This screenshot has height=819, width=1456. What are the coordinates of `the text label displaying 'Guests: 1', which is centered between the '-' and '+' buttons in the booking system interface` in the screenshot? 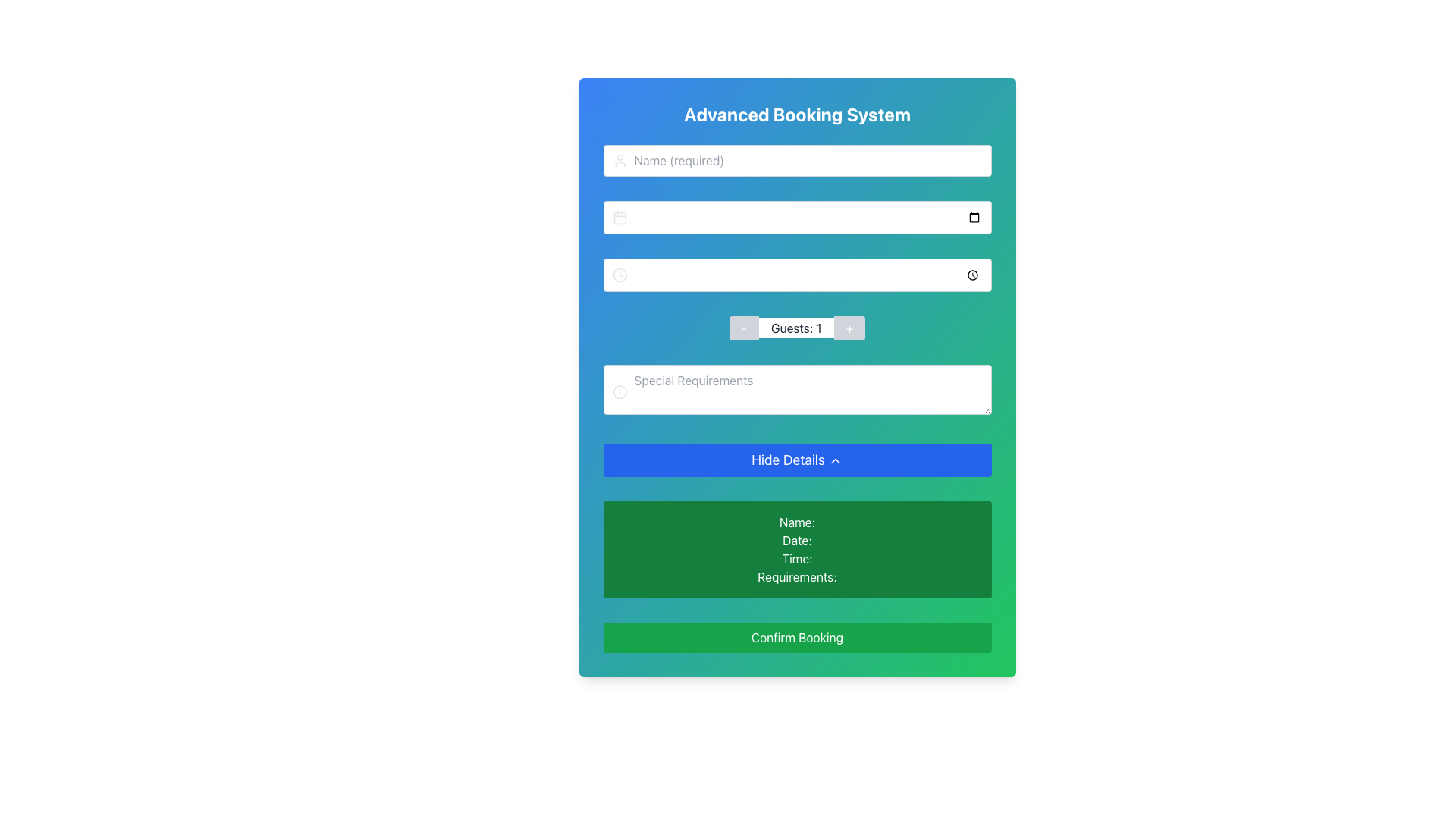 It's located at (795, 327).